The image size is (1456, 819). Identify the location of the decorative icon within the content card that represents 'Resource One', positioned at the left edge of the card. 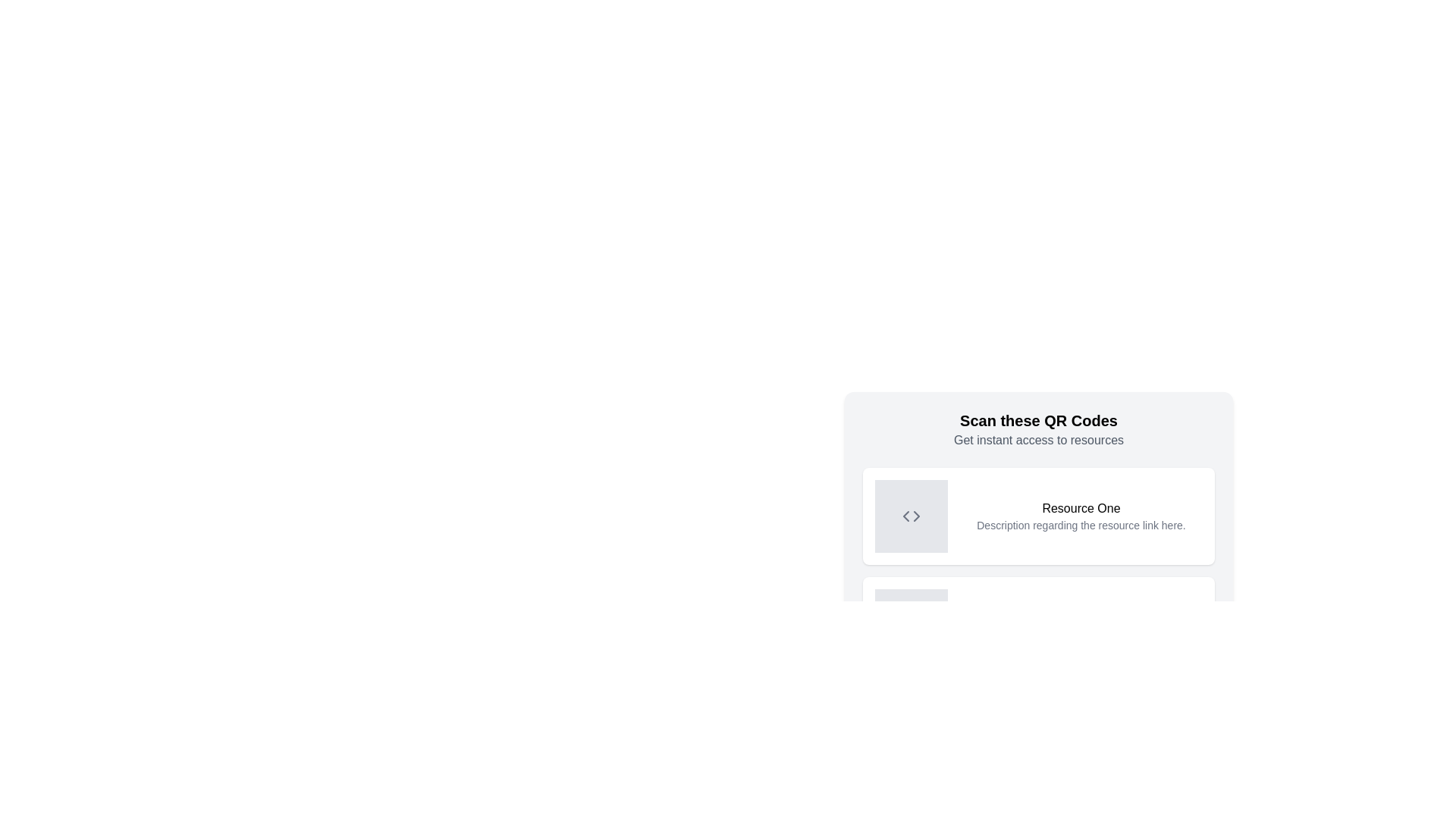
(910, 516).